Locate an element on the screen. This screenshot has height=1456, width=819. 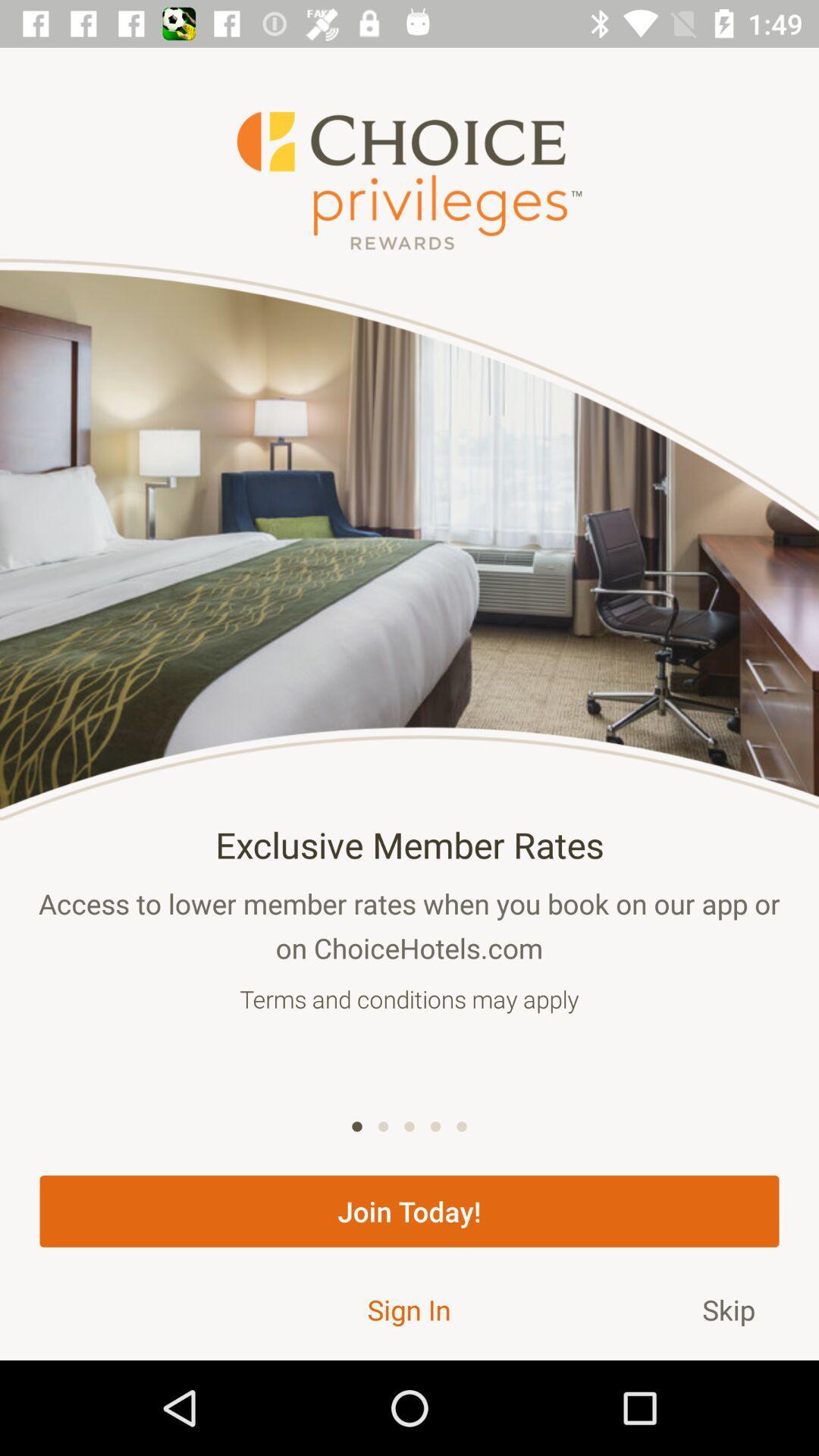
the icon next to skip is located at coordinates (408, 1309).